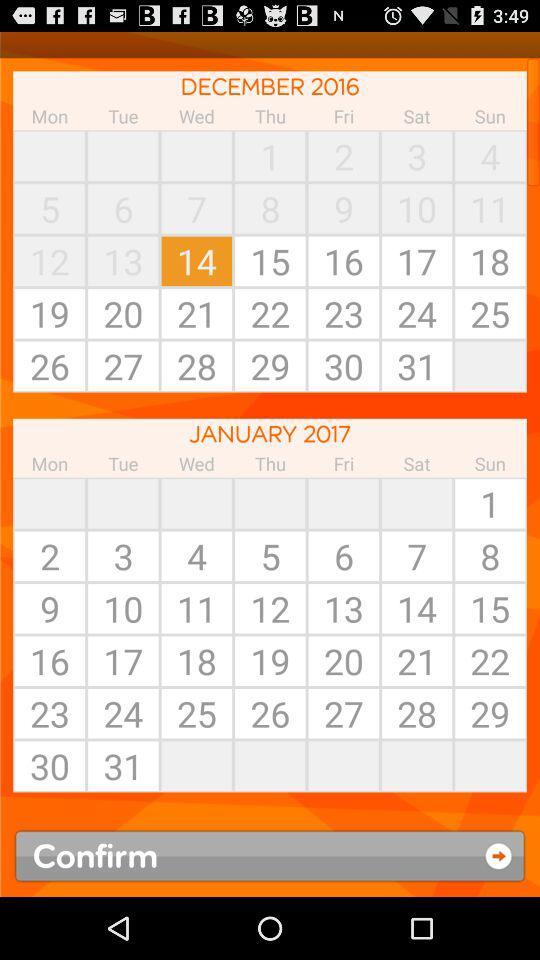 The width and height of the screenshot is (540, 960). Describe the element at coordinates (196, 765) in the screenshot. I see `app to the left of the 26 icon` at that location.